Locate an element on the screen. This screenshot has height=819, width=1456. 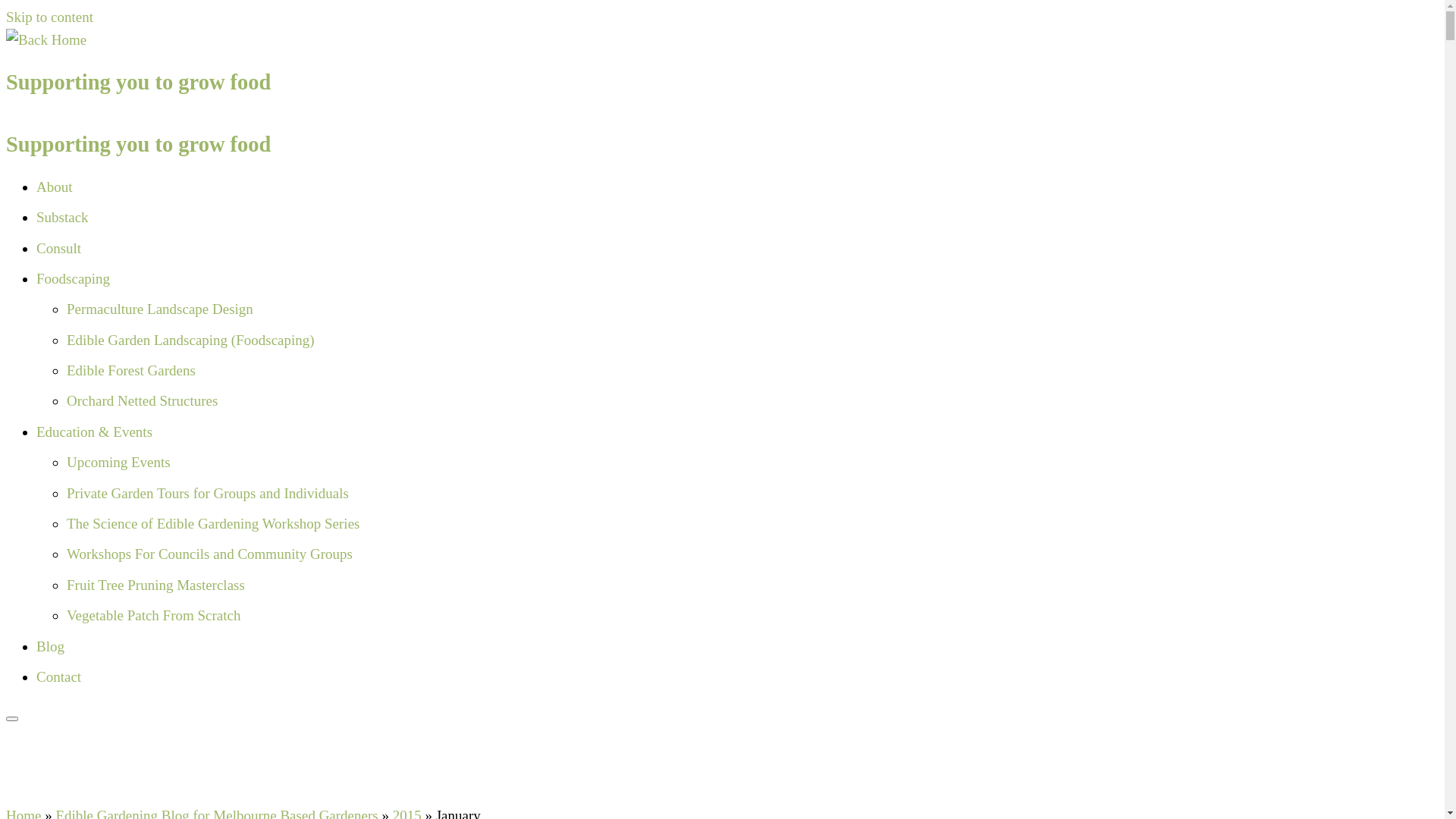
'Consult' is located at coordinates (58, 246).